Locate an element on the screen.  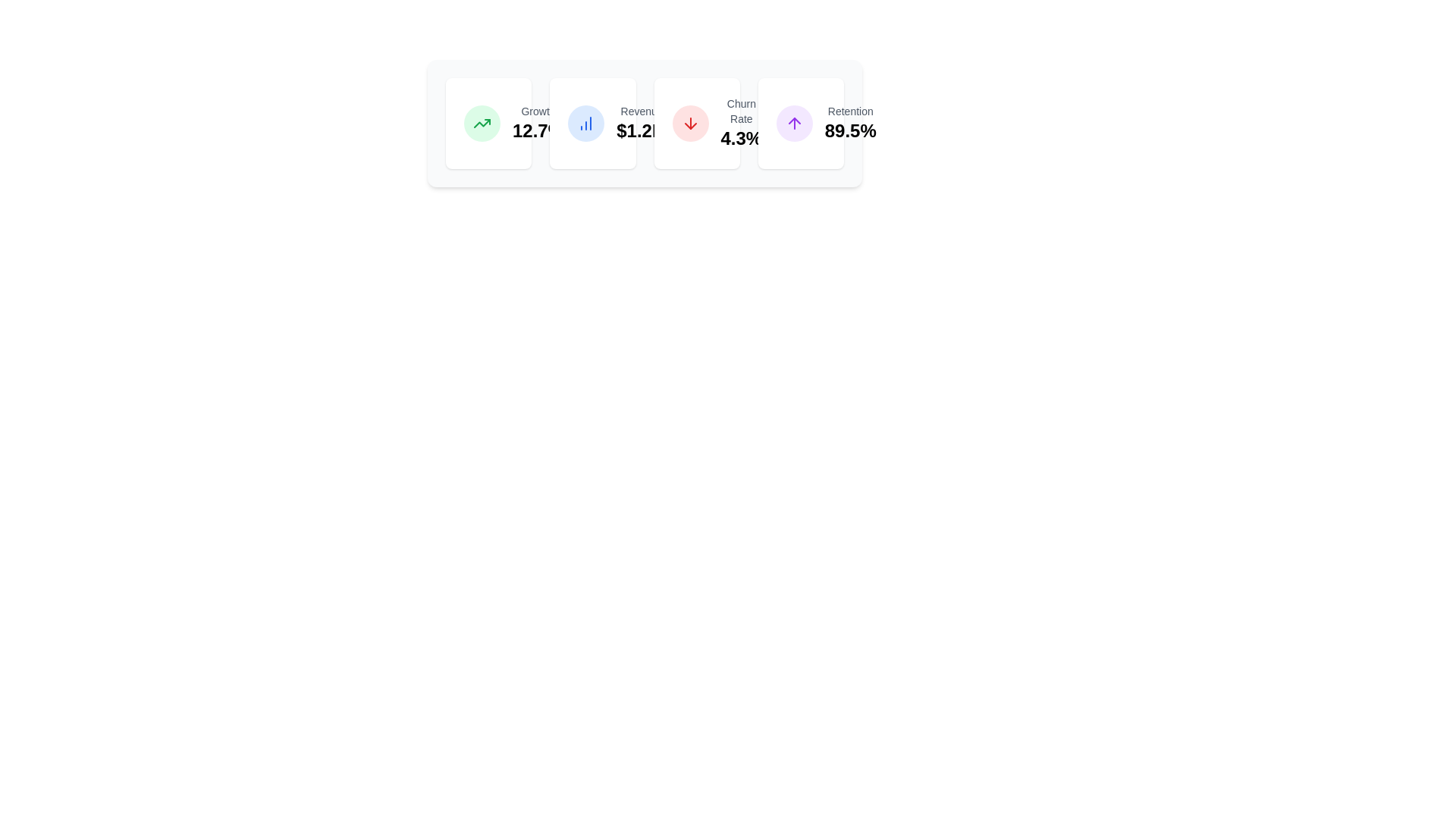
displayed information from the 'Churn Rate' informational display, which shows a percentage value of '4.3%' located in the third card of a horizontal series of four cards is located at coordinates (741, 122).